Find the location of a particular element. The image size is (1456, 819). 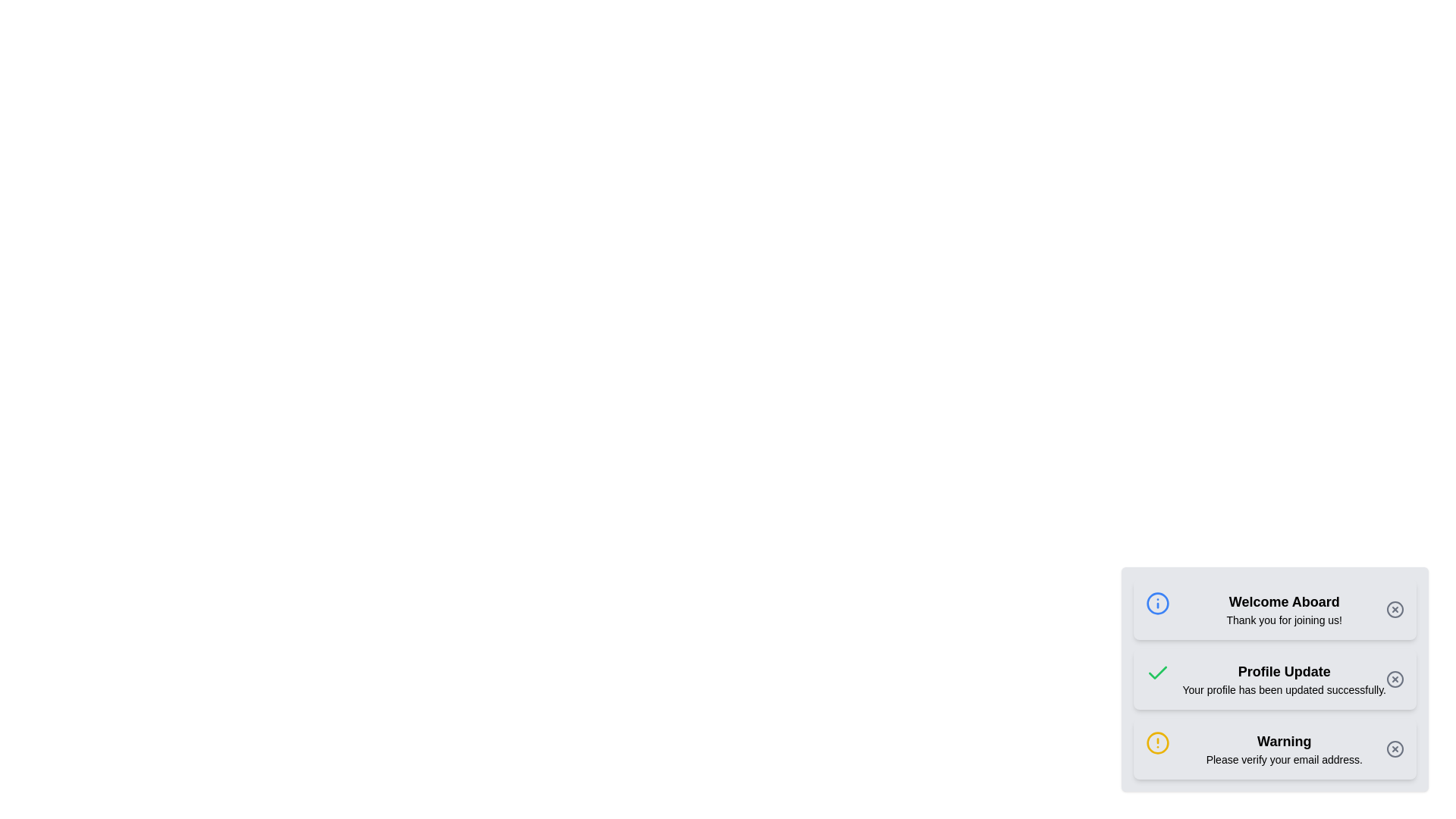

the circular close button with a cross inside it, located within the 'Profile Update' notification is located at coordinates (1395, 678).